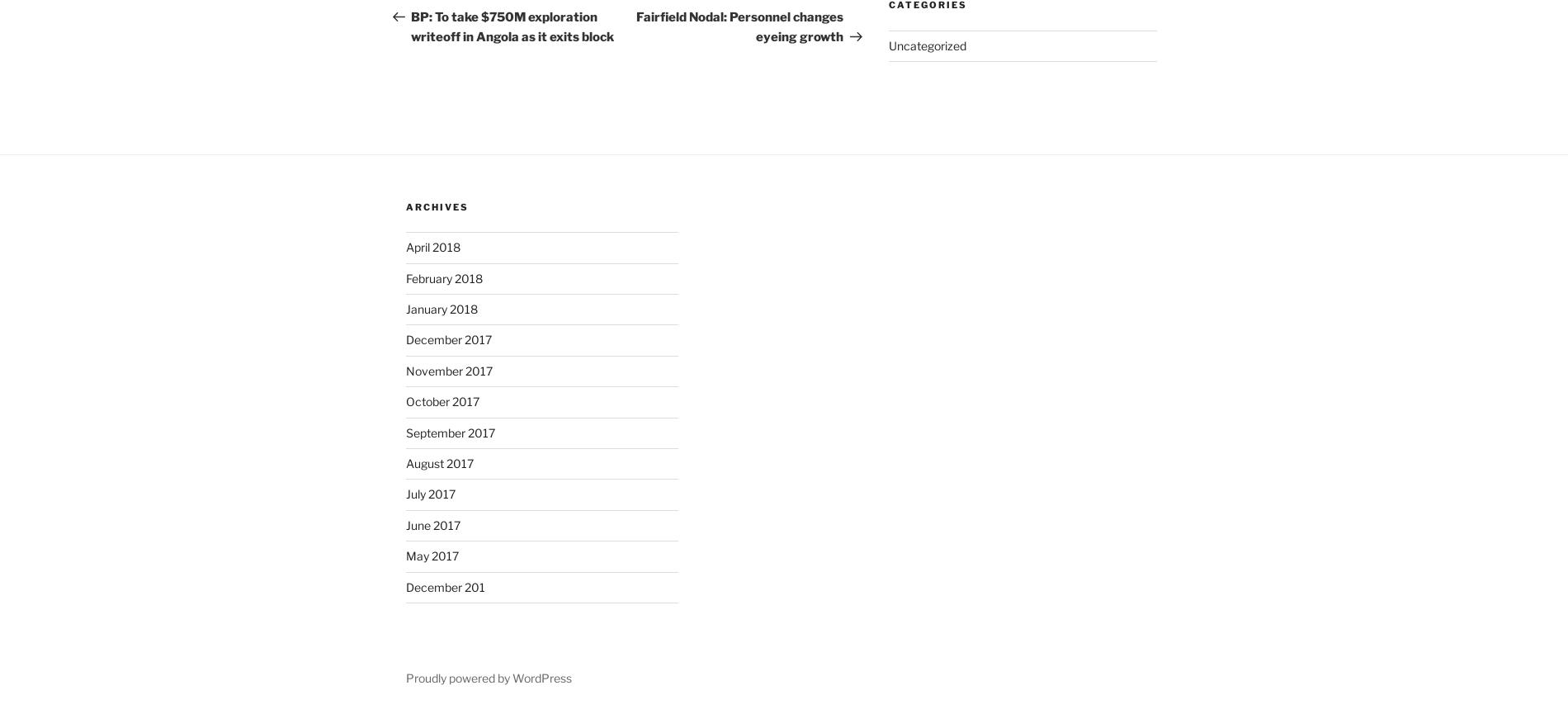  What do you see at coordinates (432, 247) in the screenshot?
I see `'April 2018'` at bounding box center [432, 247].